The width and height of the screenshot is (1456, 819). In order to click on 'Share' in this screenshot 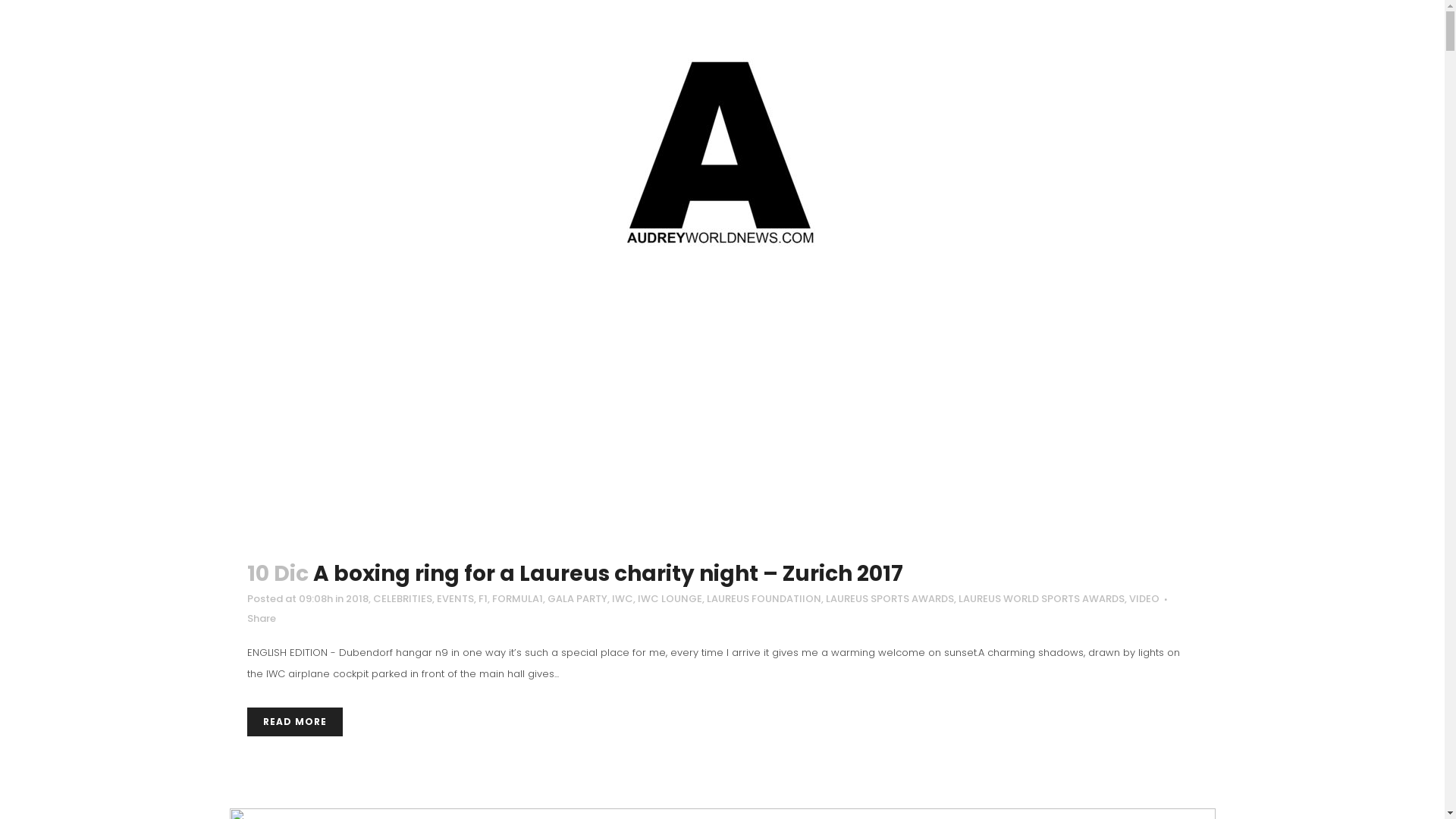, I will do `click(262, 618)`.